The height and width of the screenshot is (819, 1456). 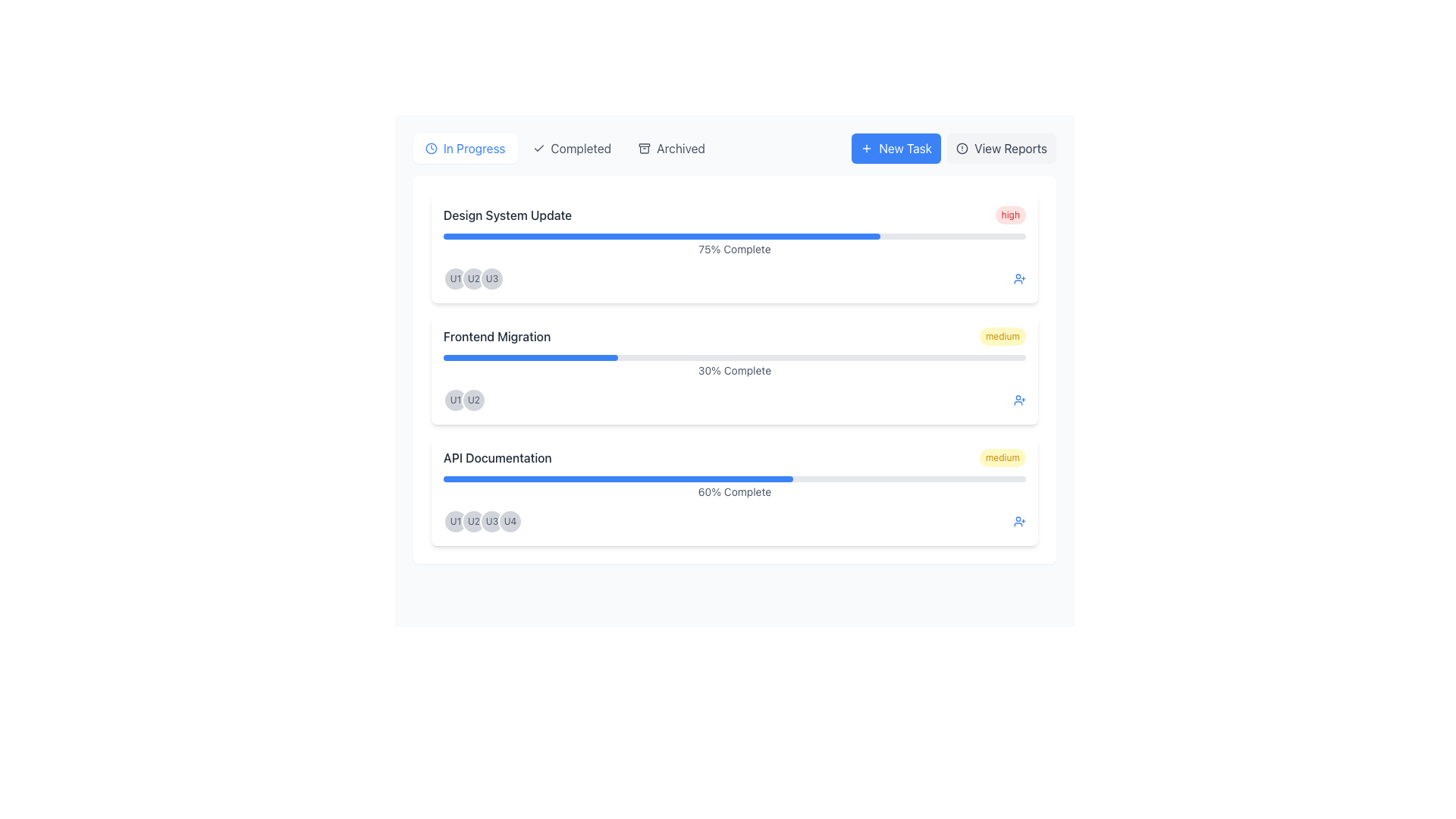 What do you see at coordinates (580, 149) in the screenshot?
I see `the 'Completed' text label located in the upper navigation bar` at bounding box center [580, 149].